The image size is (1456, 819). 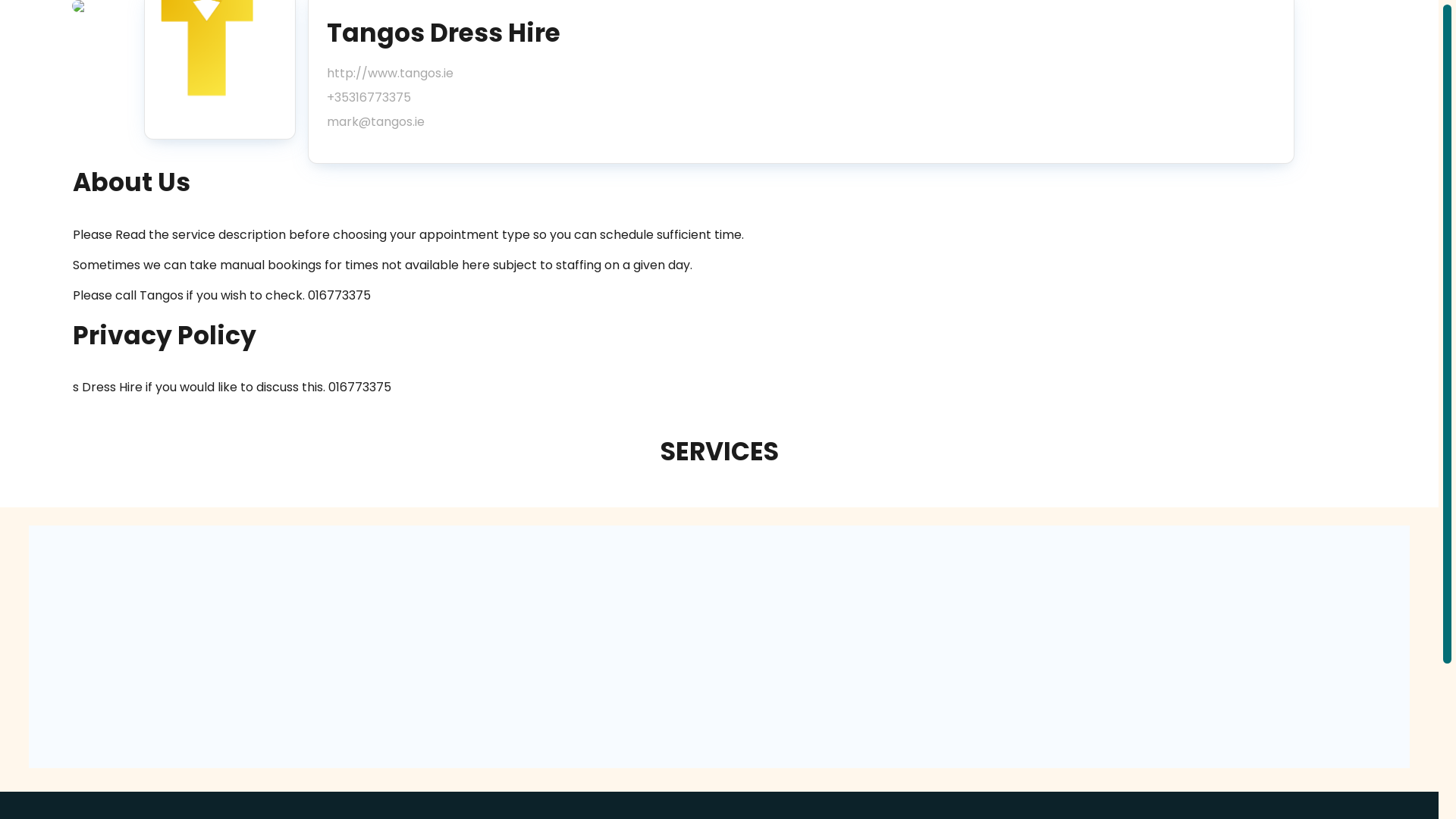 I want to click on 'http://www.tangos.ie', so click(x=390, y=73).